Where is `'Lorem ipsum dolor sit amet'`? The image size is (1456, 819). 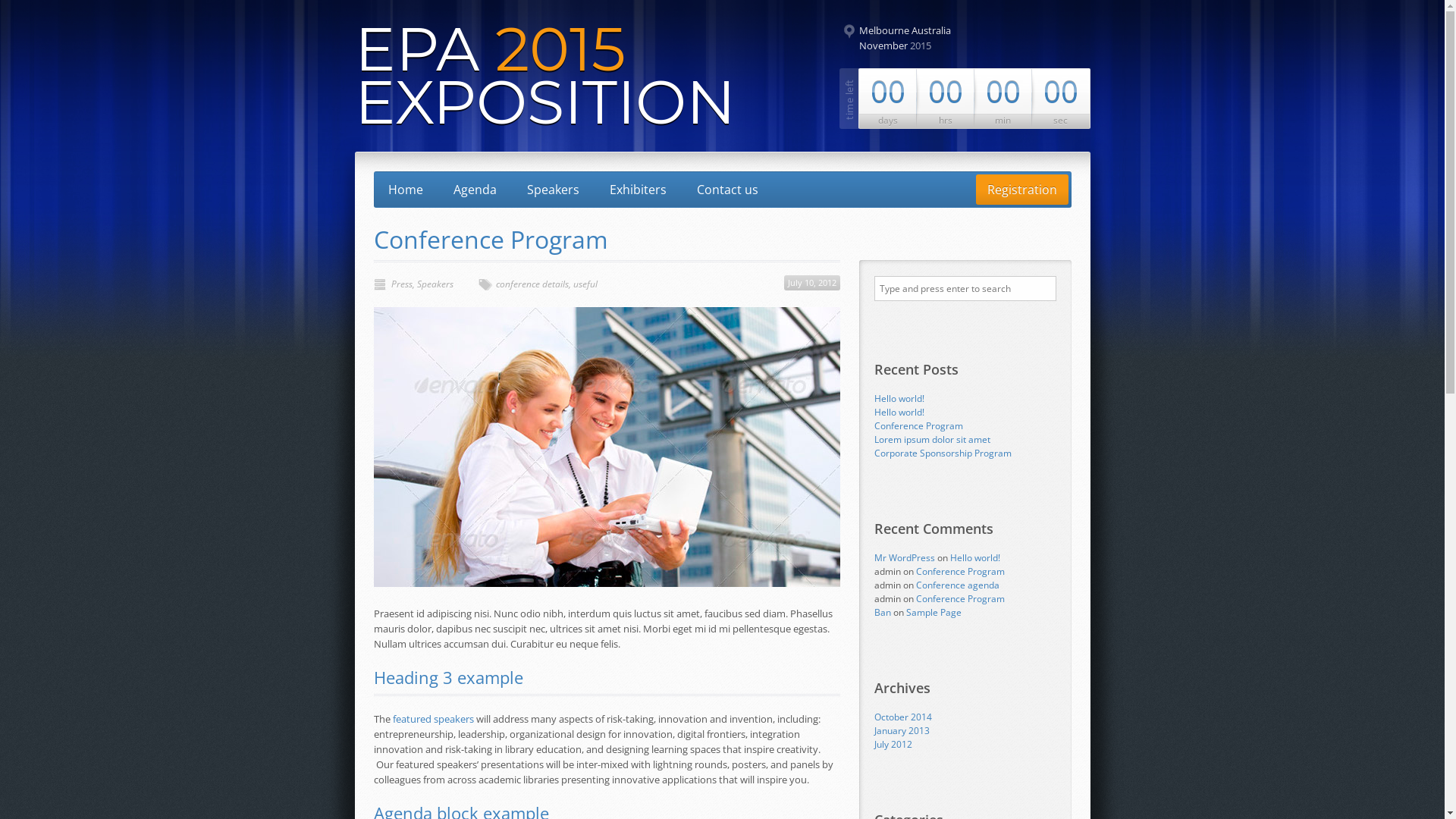
'Lorem ipsum dolor sit amet' is located at coordinates (930, 439).